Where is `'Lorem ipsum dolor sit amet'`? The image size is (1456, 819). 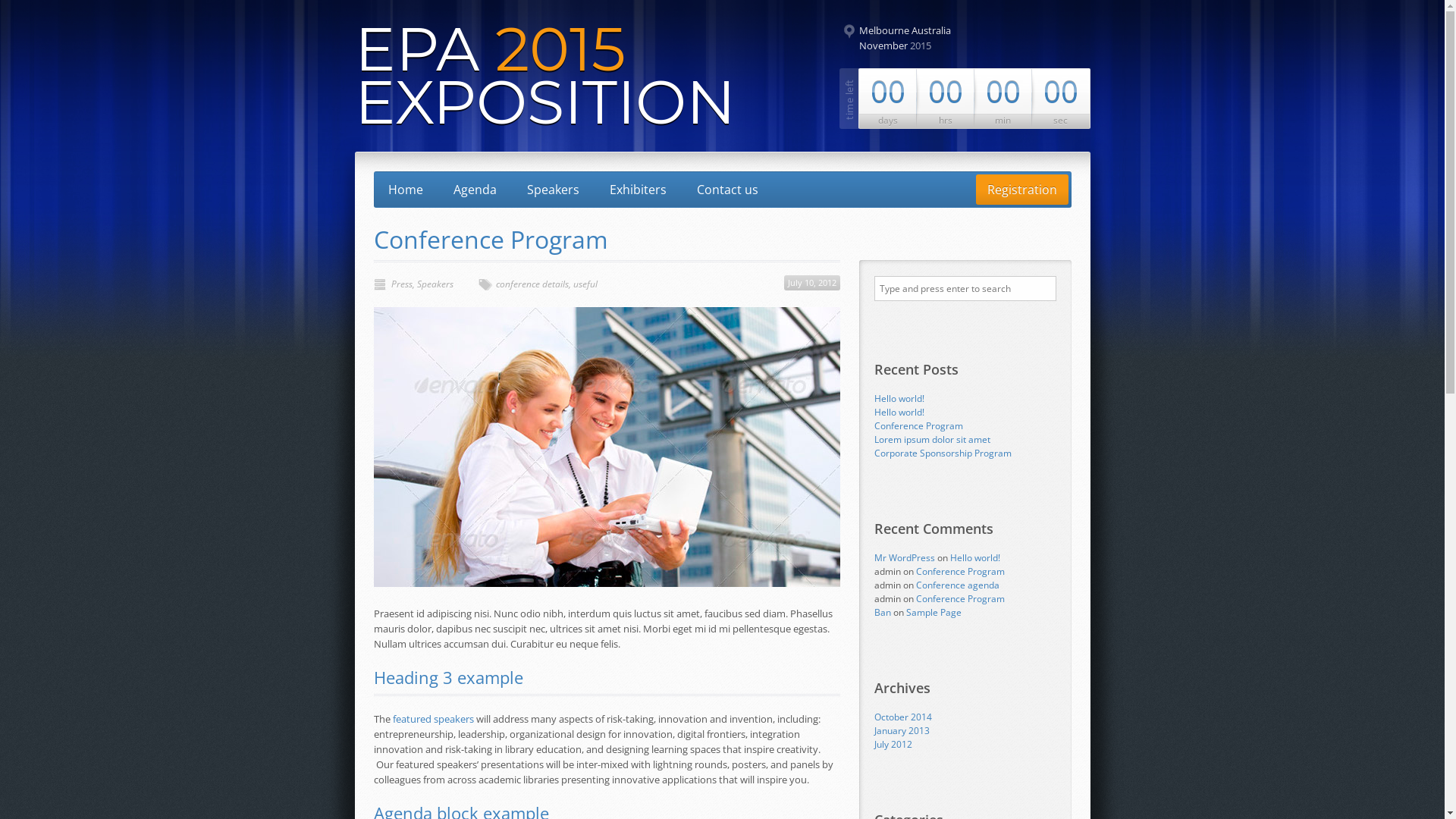
'Lorem ipsum dolor sit amet' is located at coordinates (930, 439).